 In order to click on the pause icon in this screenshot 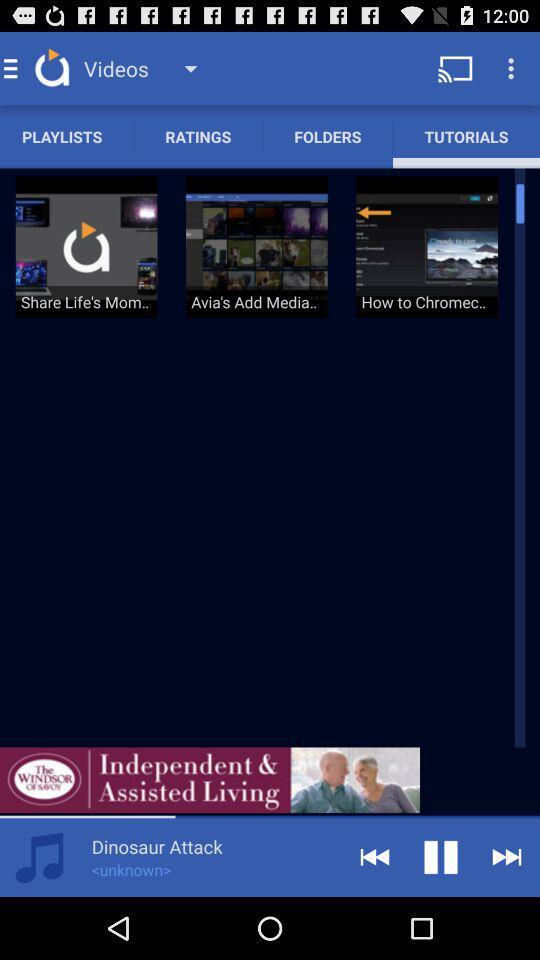, I will do `click(441, 917)`.